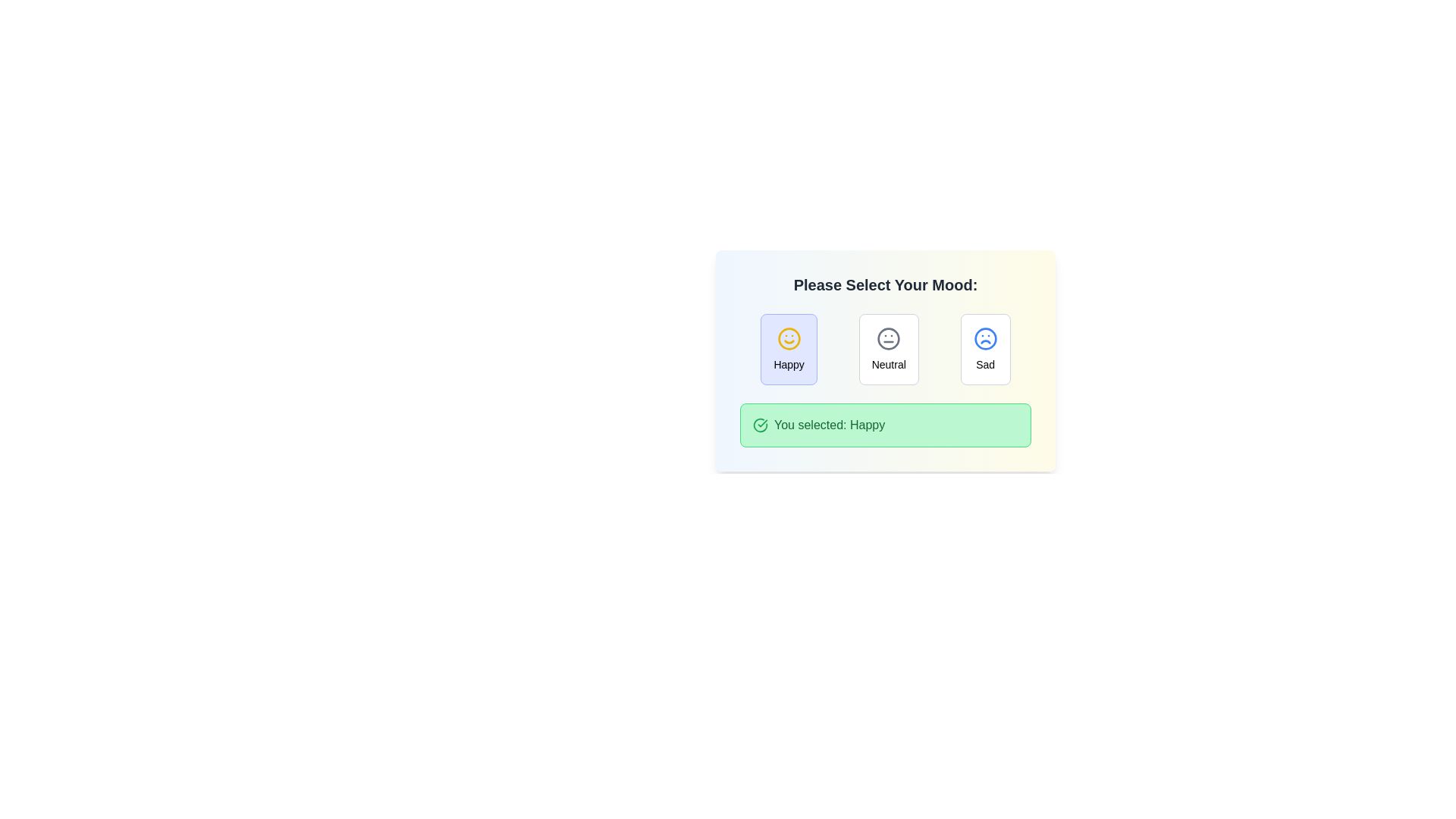 This screenshot has width=1456, height=819. What do you see at coordinates (761, 425) in the screenshot?
I see `the left circular arc of the SVG icon with a green outline, which is part of a checkmark inside a circle, located in the bottom-left corner of the interface` at bounding box center [761, 425].